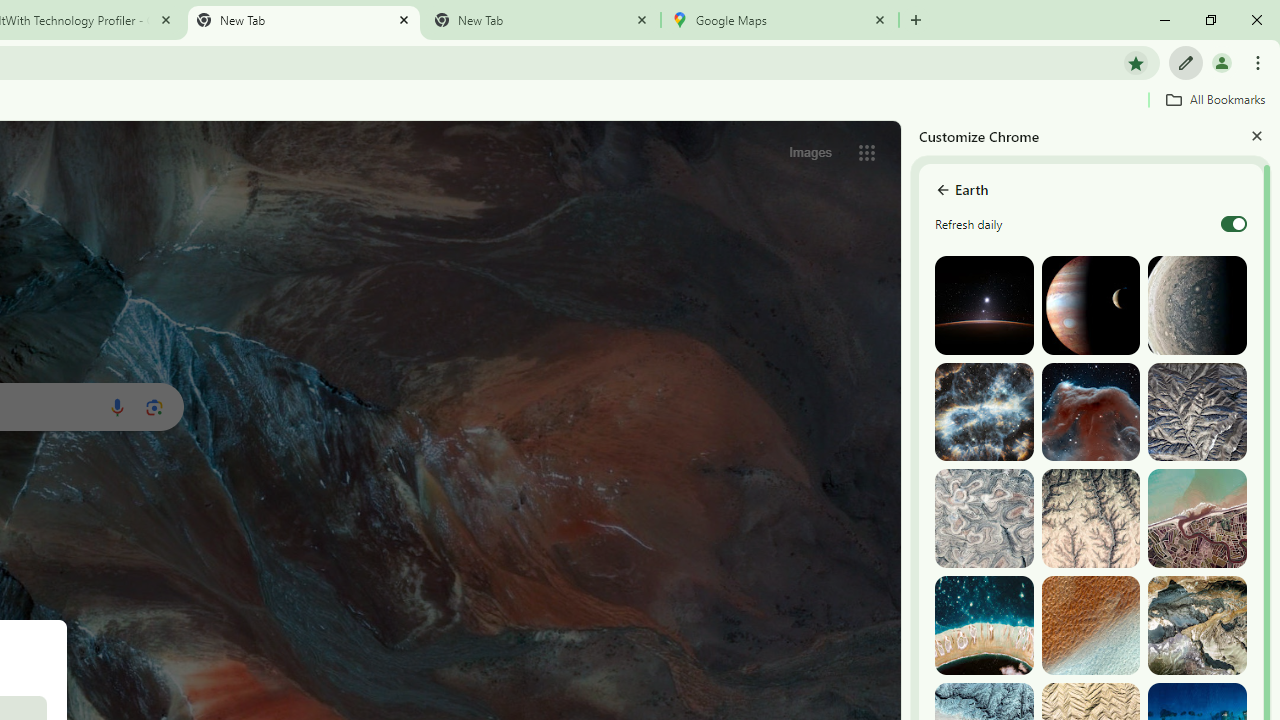 The image size is (1280, 720). I want to click on 'Google Maps', so click(778, 20).